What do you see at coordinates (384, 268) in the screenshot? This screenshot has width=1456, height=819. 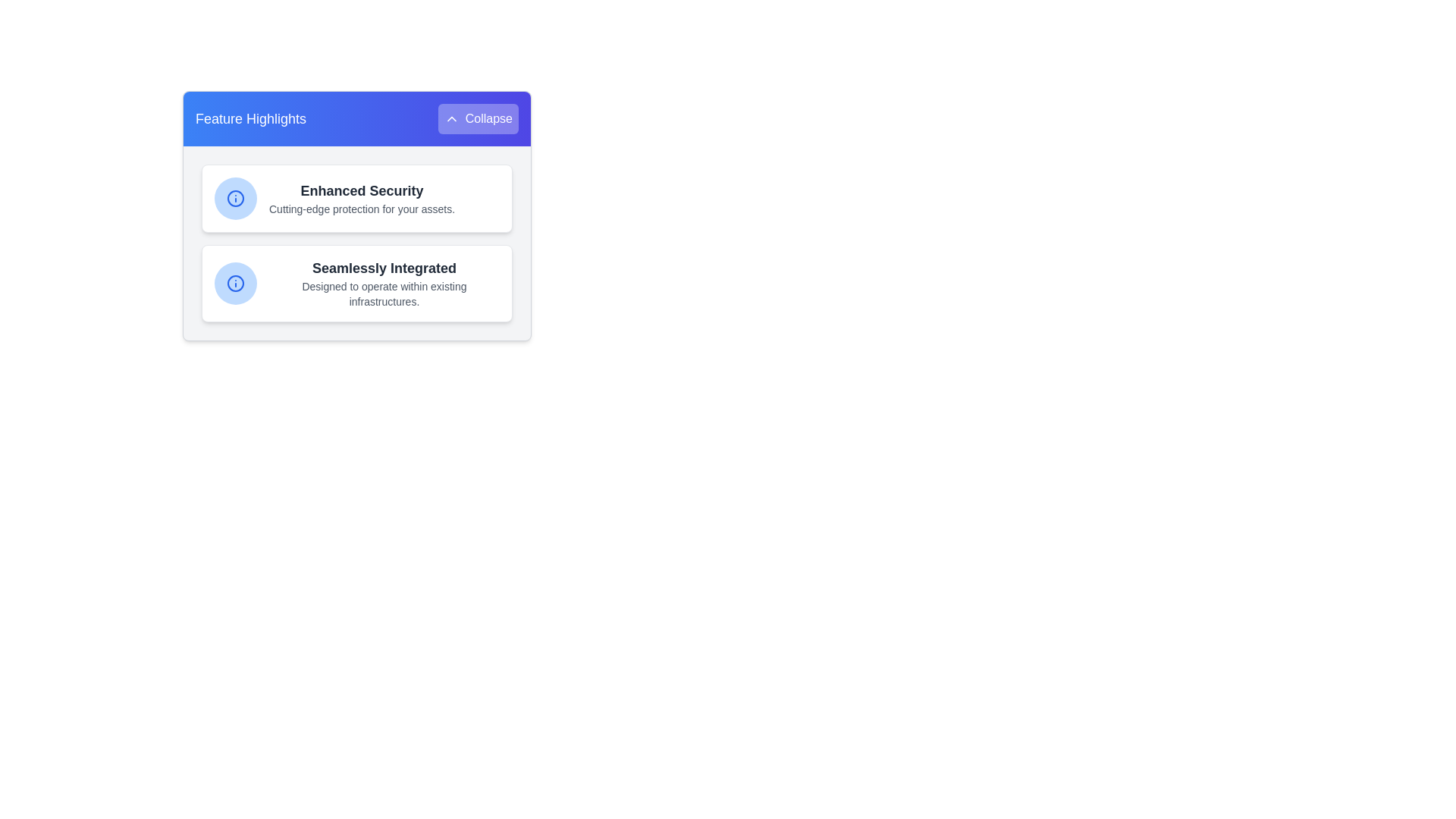 I see `the bold text label displaying 'Seamlessly Integrated' located below the 'Enhanced Security' module in the 'Feature Highlights' section` at bounding box center [384, 268].